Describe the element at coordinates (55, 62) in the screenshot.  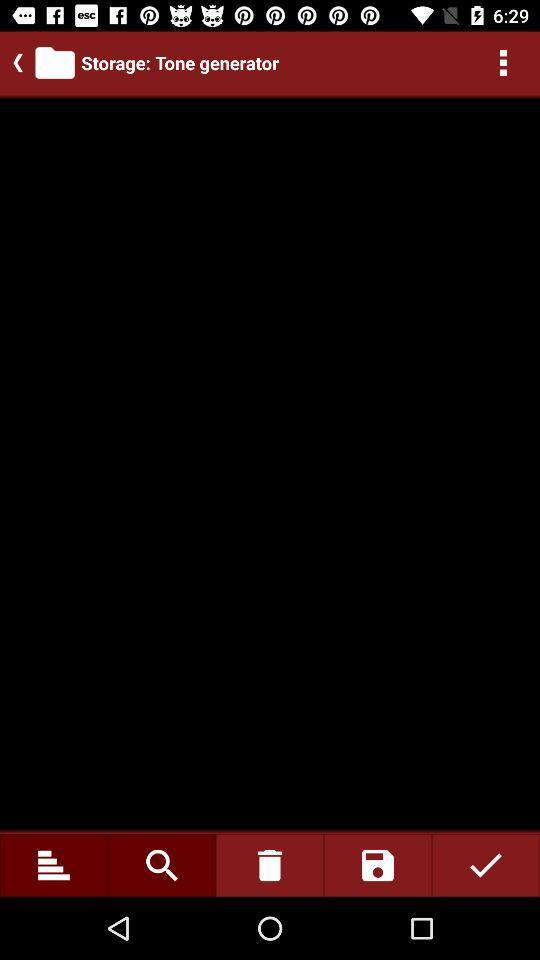
I see `the folder icon` at that location.